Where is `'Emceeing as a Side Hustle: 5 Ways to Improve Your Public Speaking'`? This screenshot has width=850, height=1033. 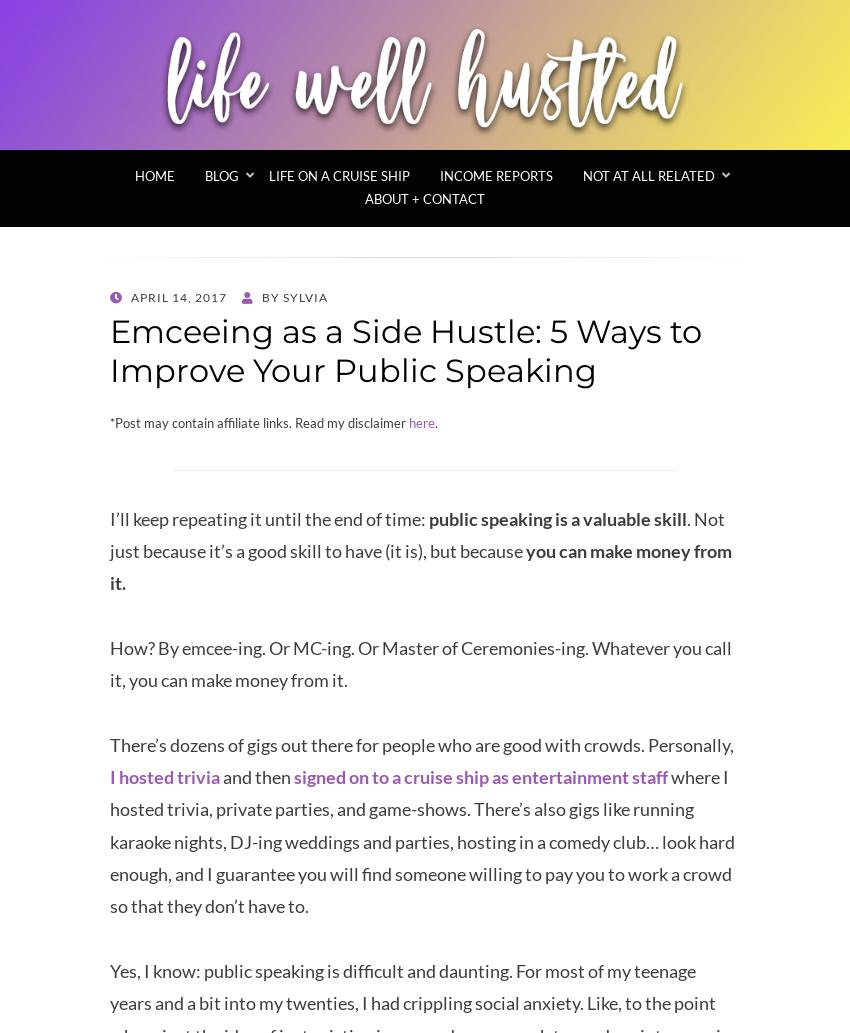 'Emceeing as a Side Hustle: 5 Ways to Improve Your Public Speaking' is located at coordinates (405, 350).